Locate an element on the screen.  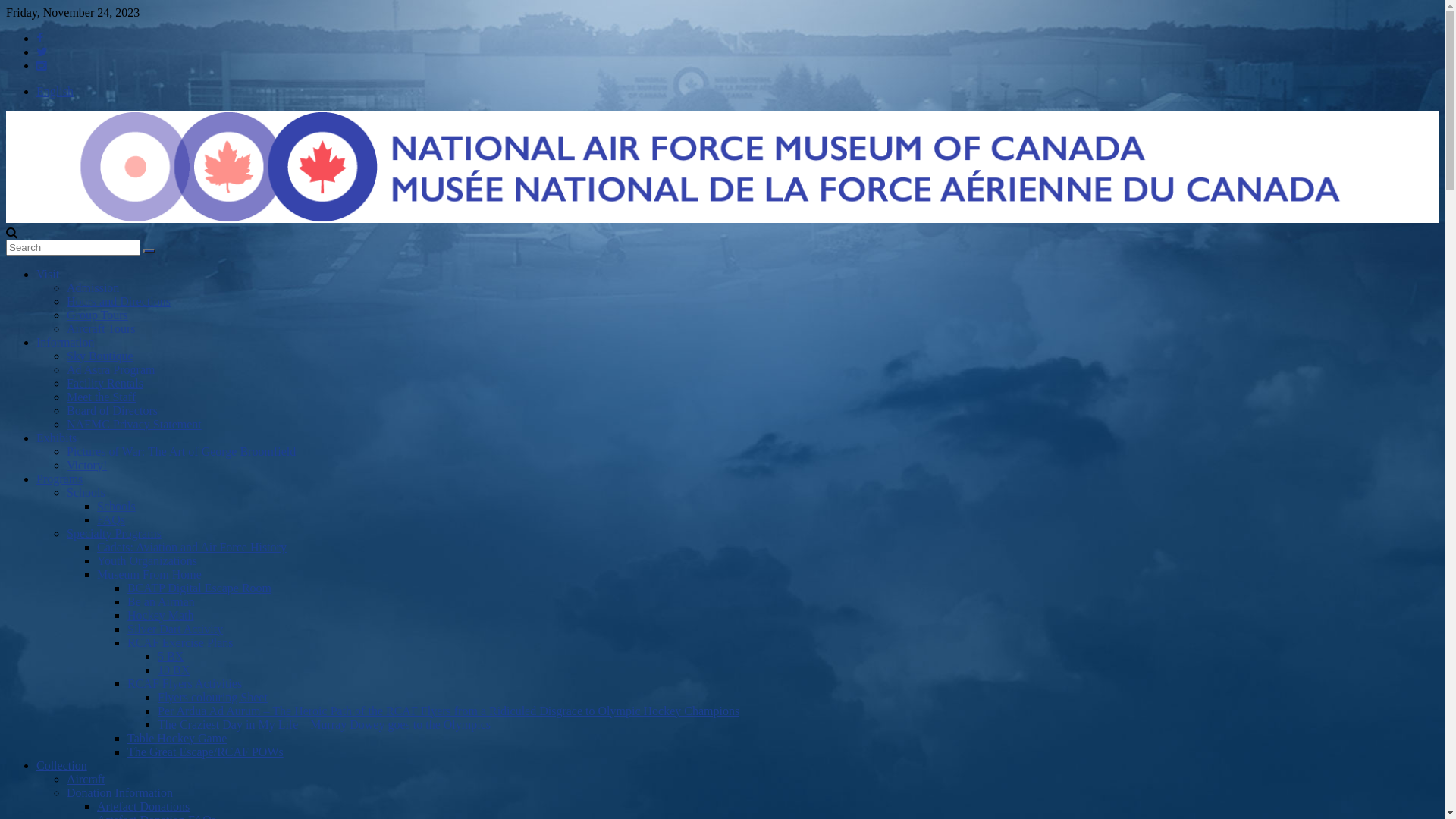
'Meet the Staff' is located at coordinates (100, 396).